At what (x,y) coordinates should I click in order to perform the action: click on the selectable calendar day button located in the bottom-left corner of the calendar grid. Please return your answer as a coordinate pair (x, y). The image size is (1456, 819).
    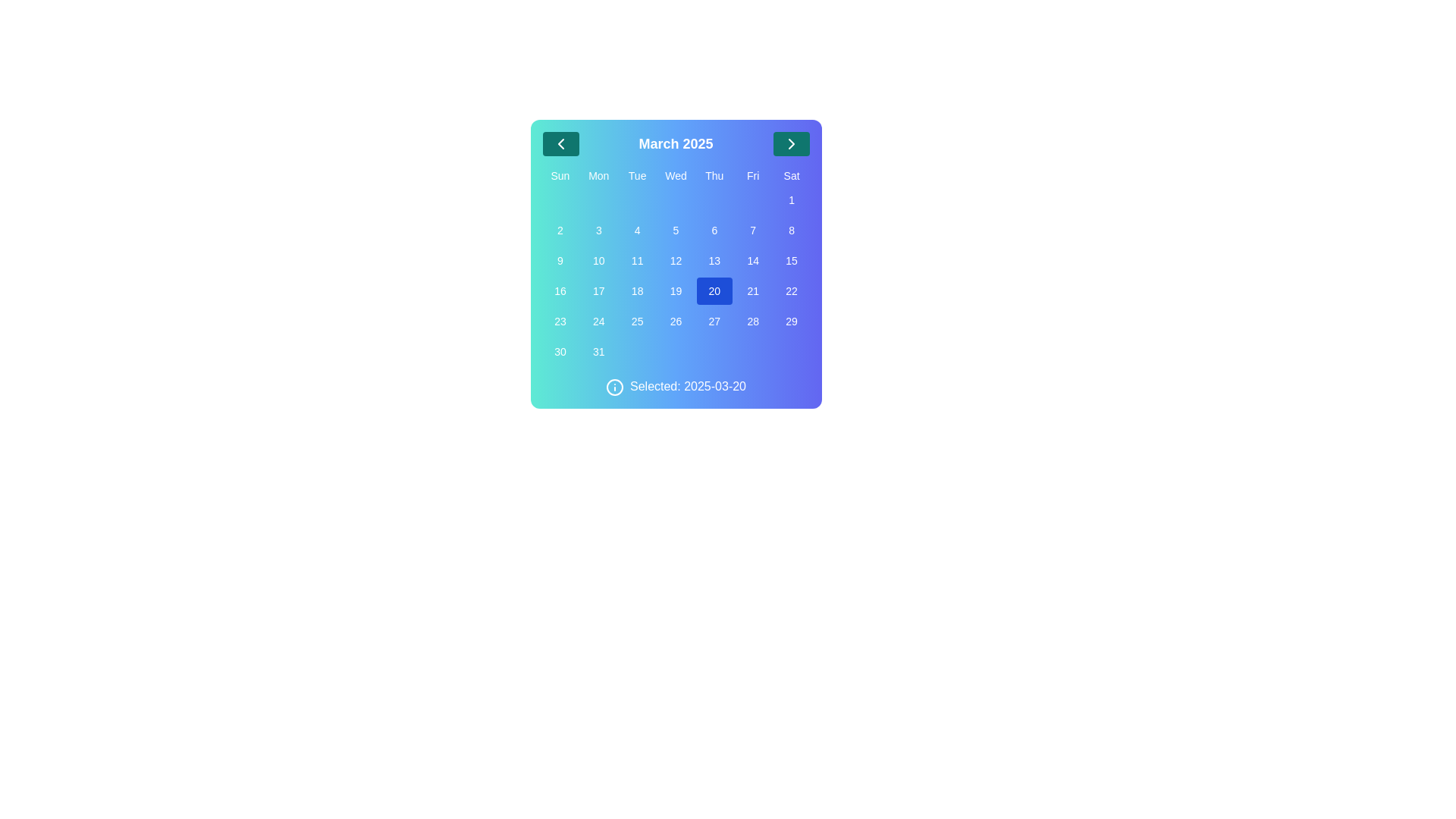
    Looking at the image, I should click on (560, 351).